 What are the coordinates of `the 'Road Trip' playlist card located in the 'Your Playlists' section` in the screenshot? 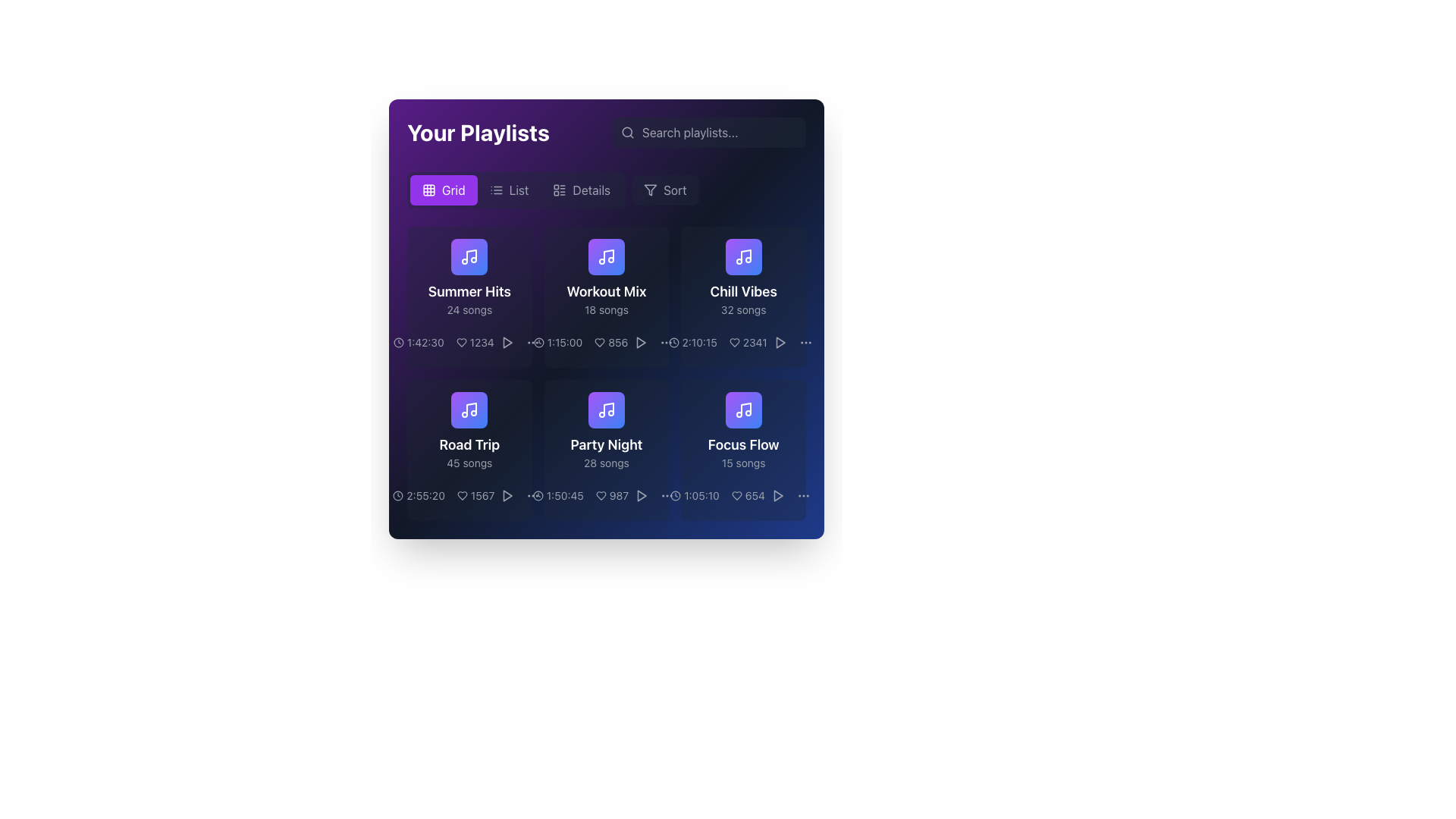 It's located at (469, 431).